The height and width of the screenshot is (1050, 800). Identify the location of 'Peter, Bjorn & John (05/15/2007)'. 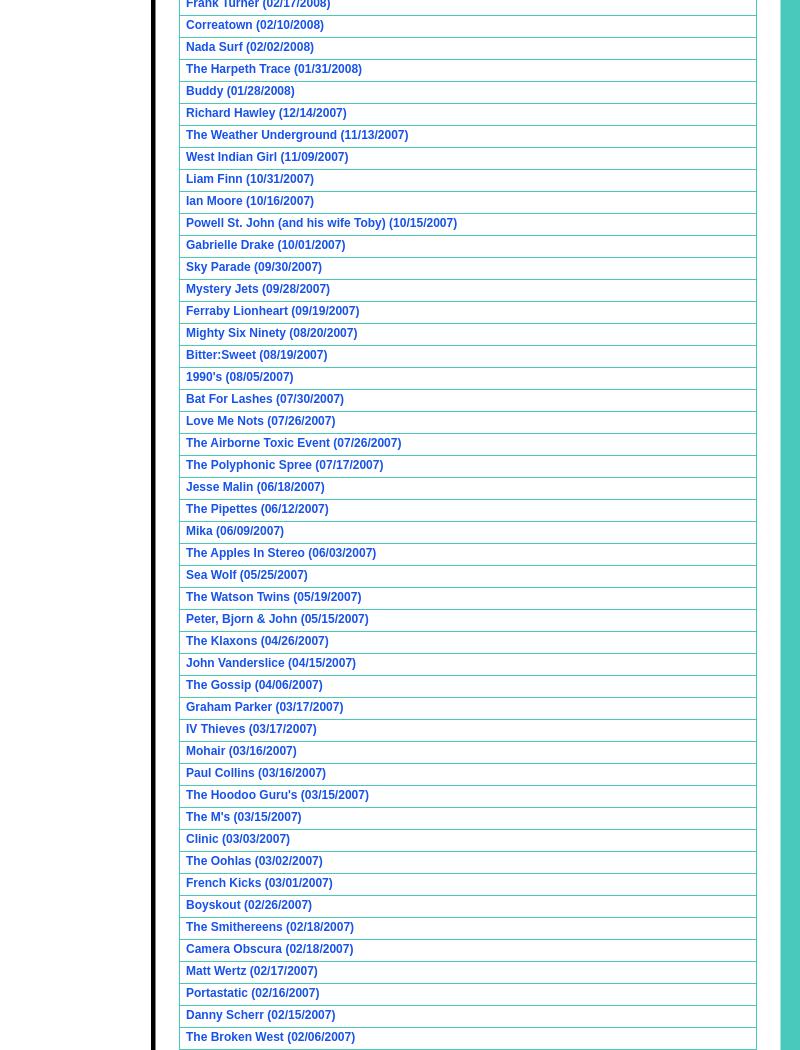
(277, 618).